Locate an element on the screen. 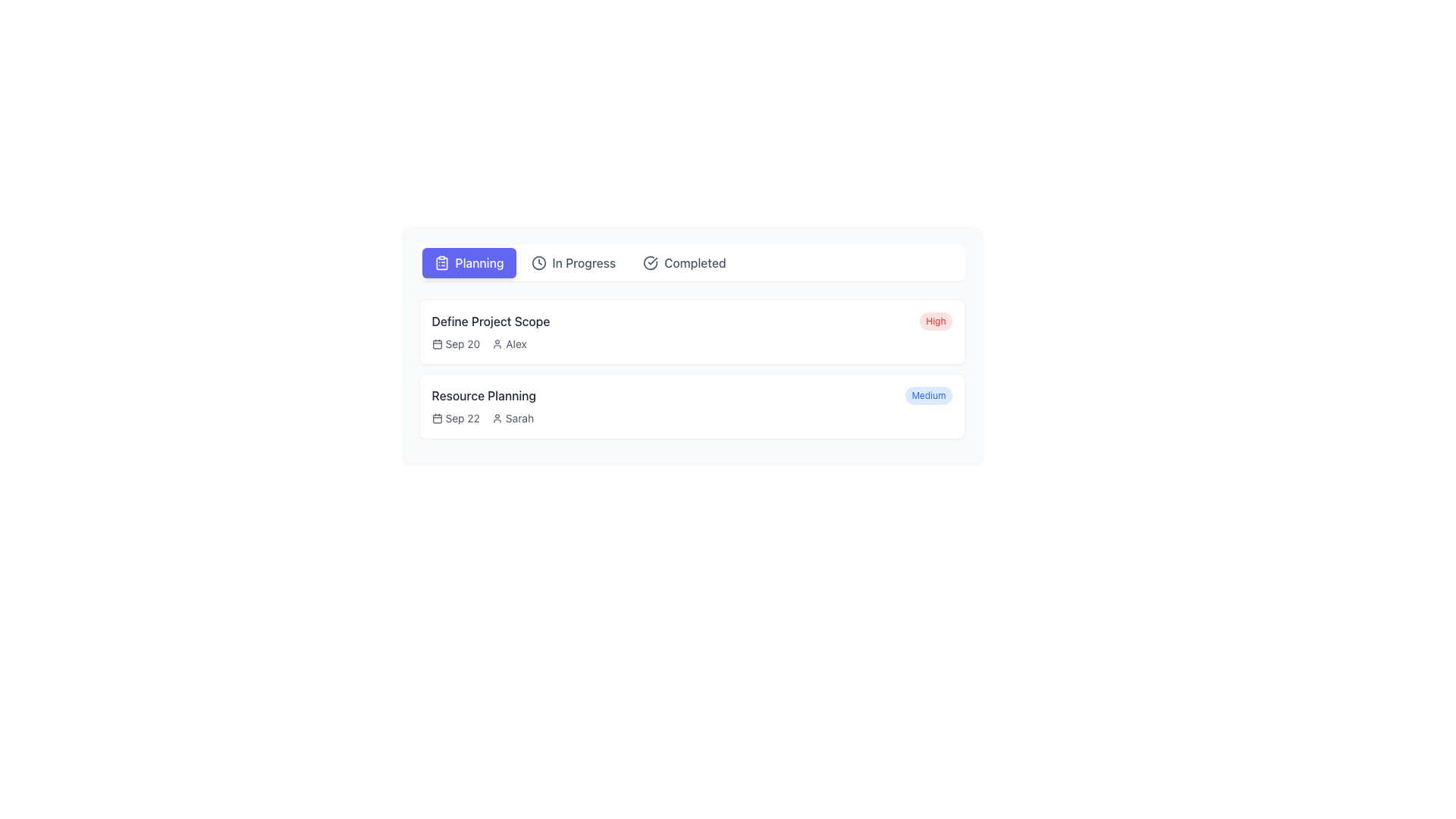  the status indicated by the central Text label in the navigation bar, which provides information about the current stage of a process is located at coordinates (583, 262).